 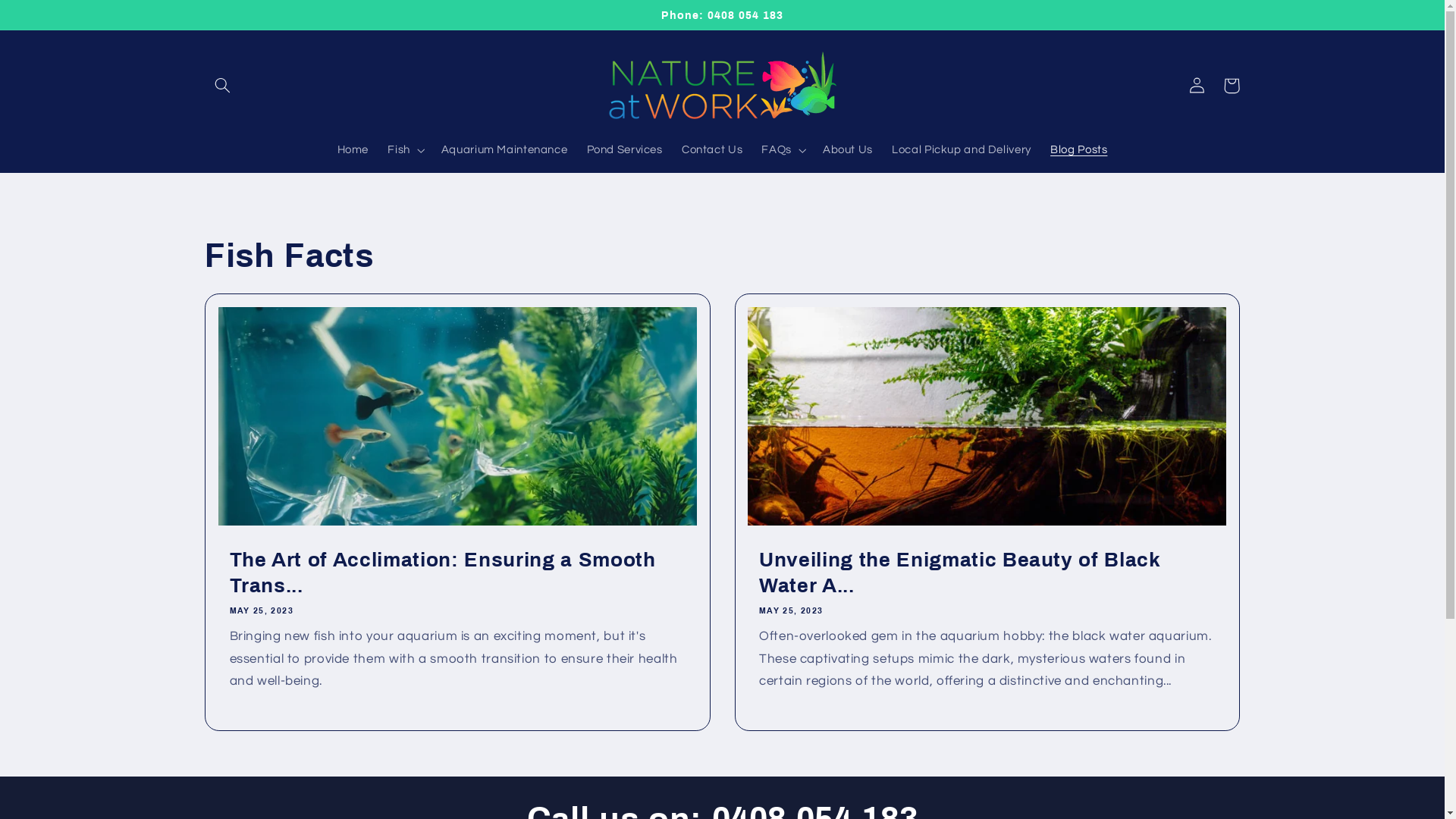 What do you see at coordinates (846, 149) in the screenshot?
I see `'About Us'` at bounding box center [846, 149].